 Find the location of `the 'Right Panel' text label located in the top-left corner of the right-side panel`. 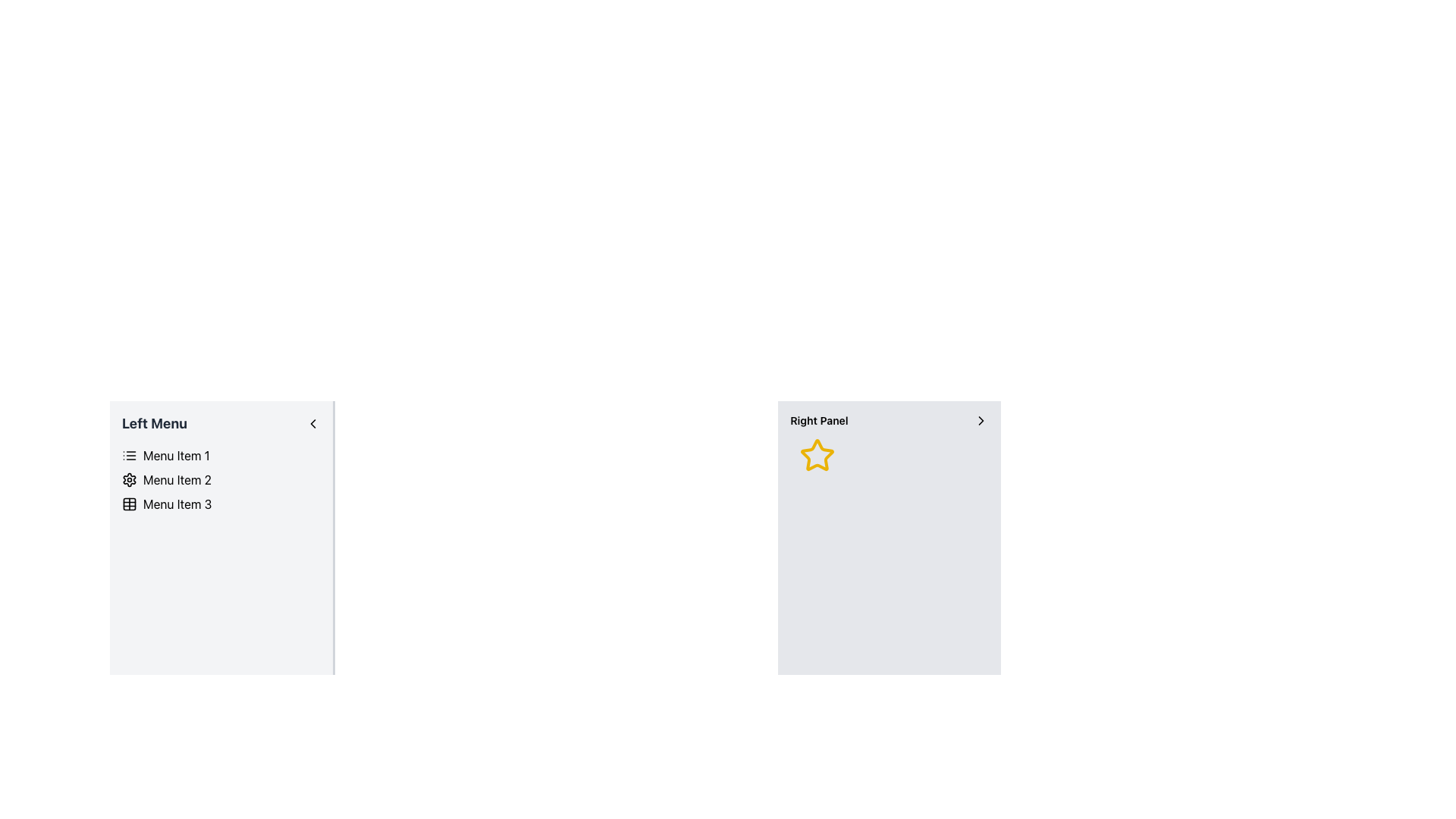

the 'Right Panel' text label located in the top-left corner of the right-side panel is located at coordinates (818, 421).